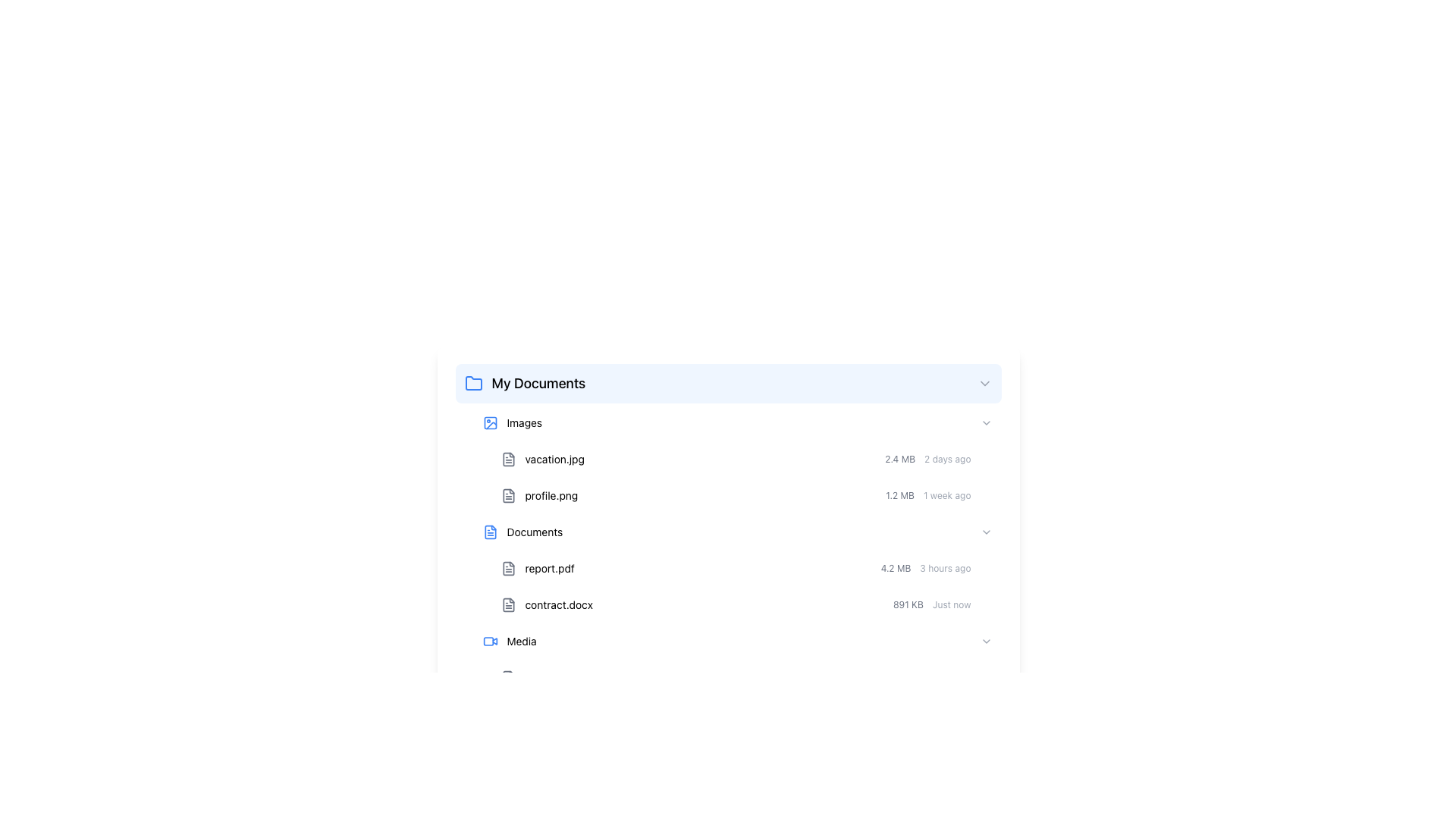 This screenshot has width=1456, height=819. I want to click on the document file icon with a folded corner, which is part of a group of graphical elements in the file browser interface, so click(508, 458).